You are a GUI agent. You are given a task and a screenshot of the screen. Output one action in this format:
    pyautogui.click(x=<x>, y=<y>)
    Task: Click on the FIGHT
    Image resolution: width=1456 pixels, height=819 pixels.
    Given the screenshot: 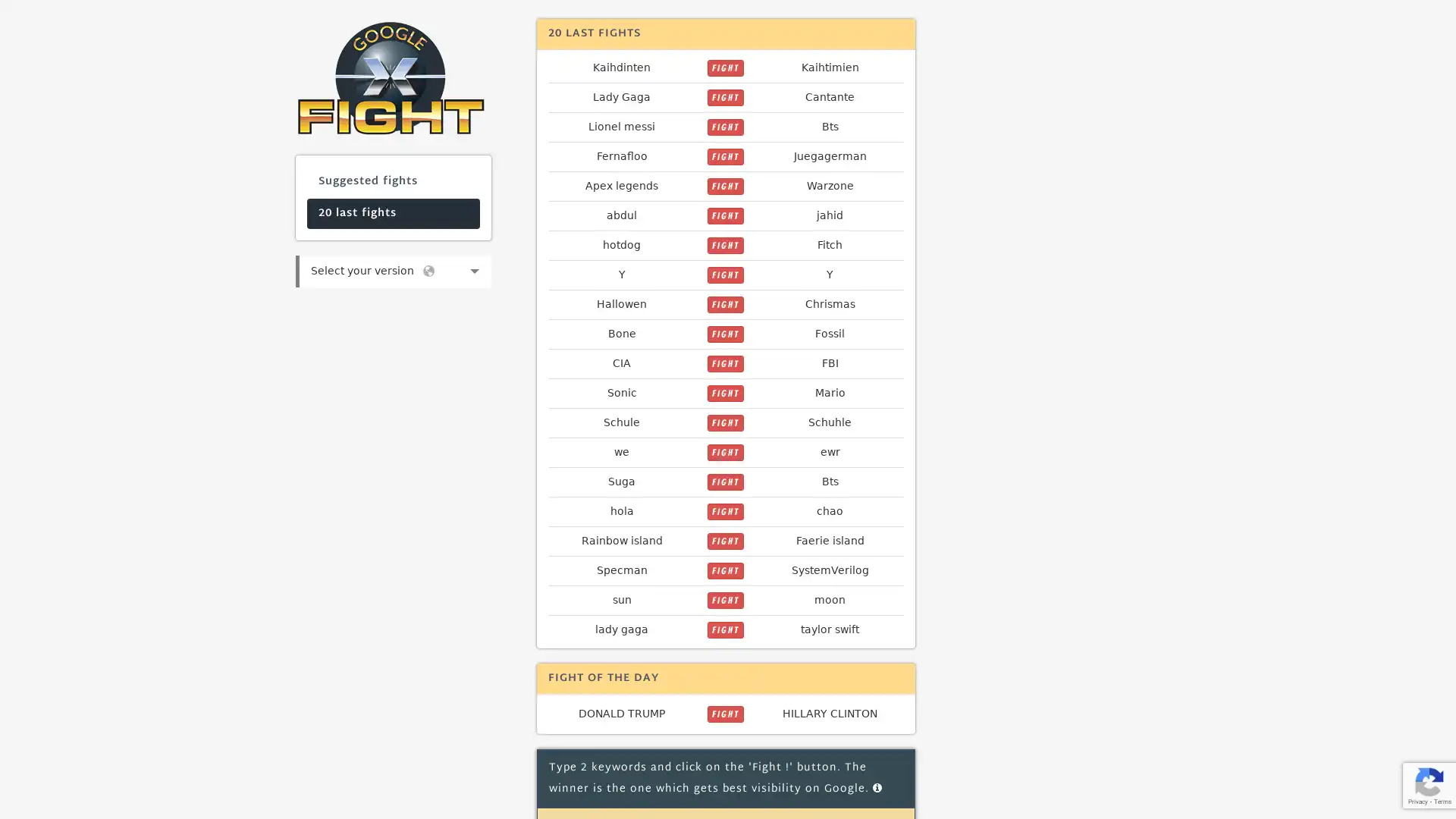 What is the action you would take?
    pyautogui.click(x=724, y=304)
    